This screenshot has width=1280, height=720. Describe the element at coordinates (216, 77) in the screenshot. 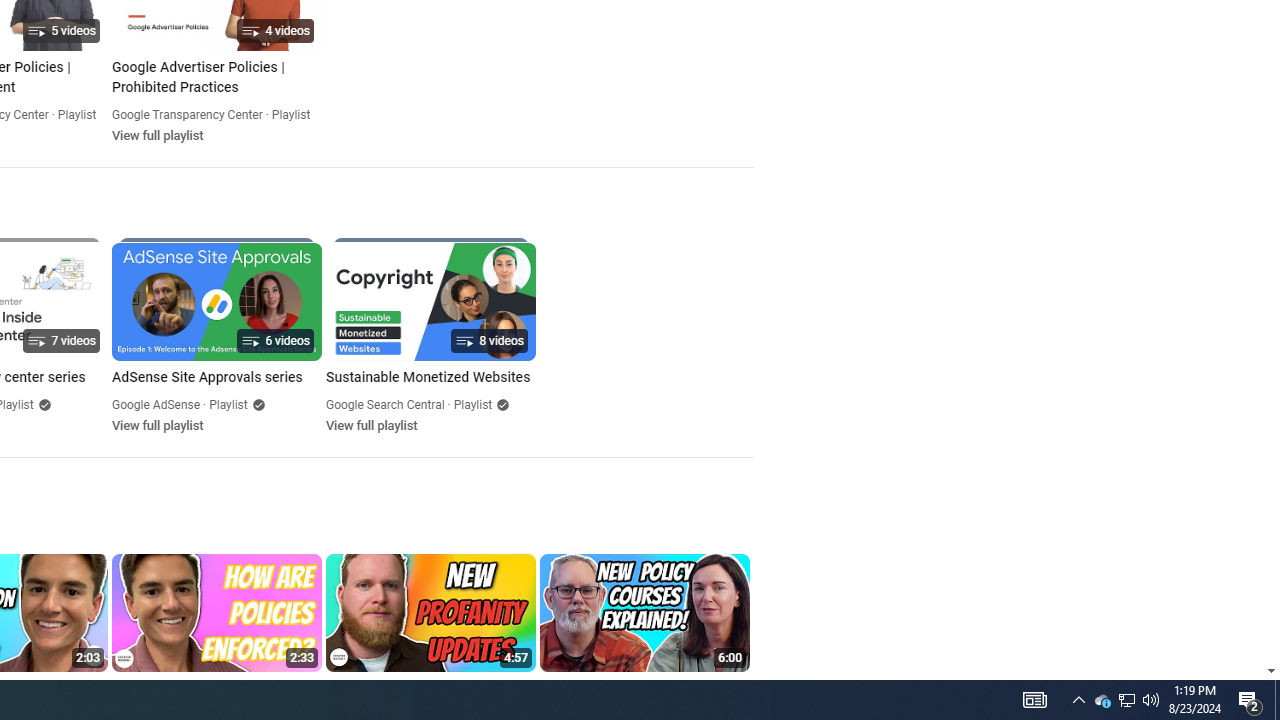

I see `'Google Advertiser Policies | Prohibited Practices'` at that location.